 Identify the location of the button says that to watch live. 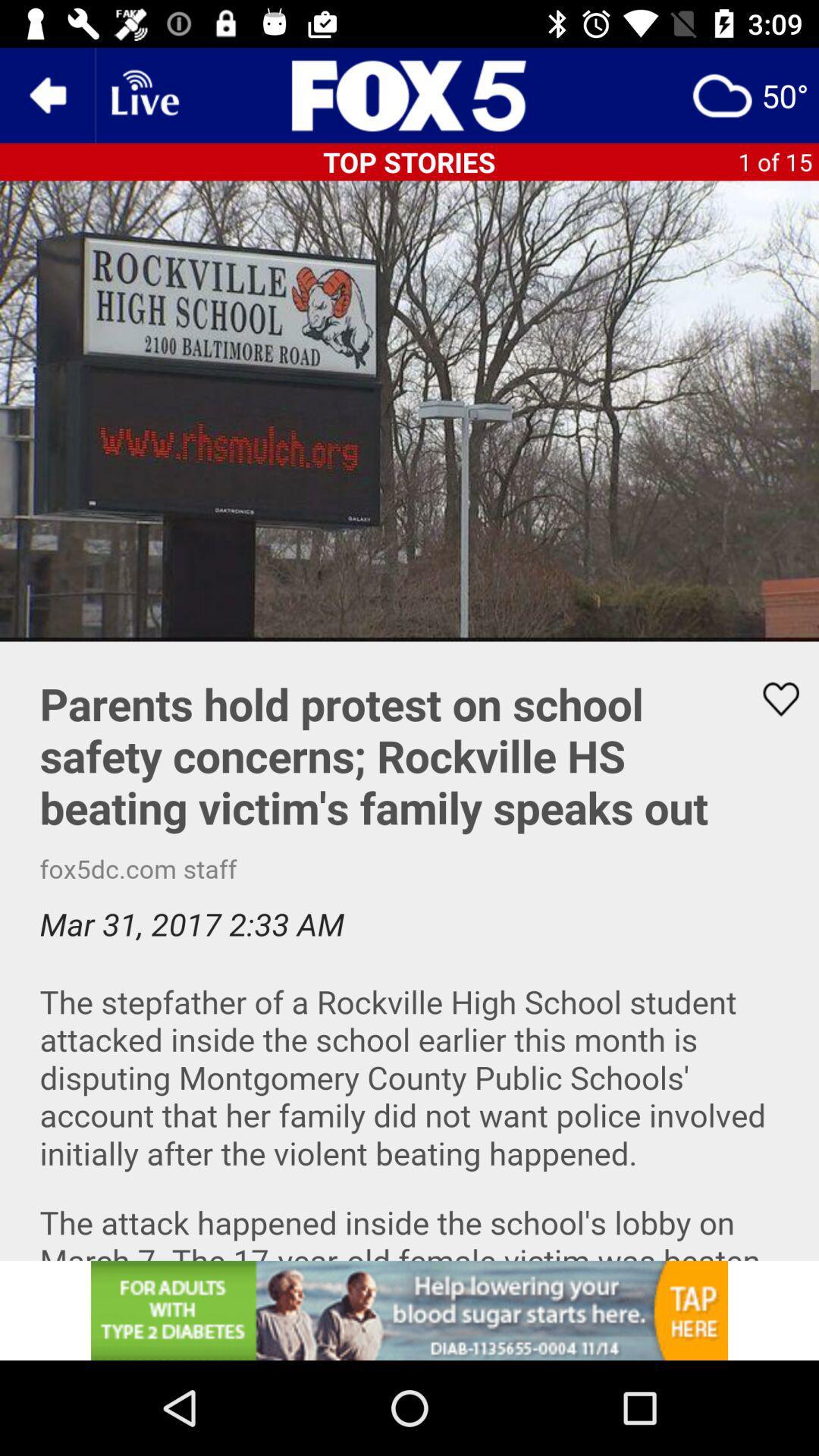
(143, 94).